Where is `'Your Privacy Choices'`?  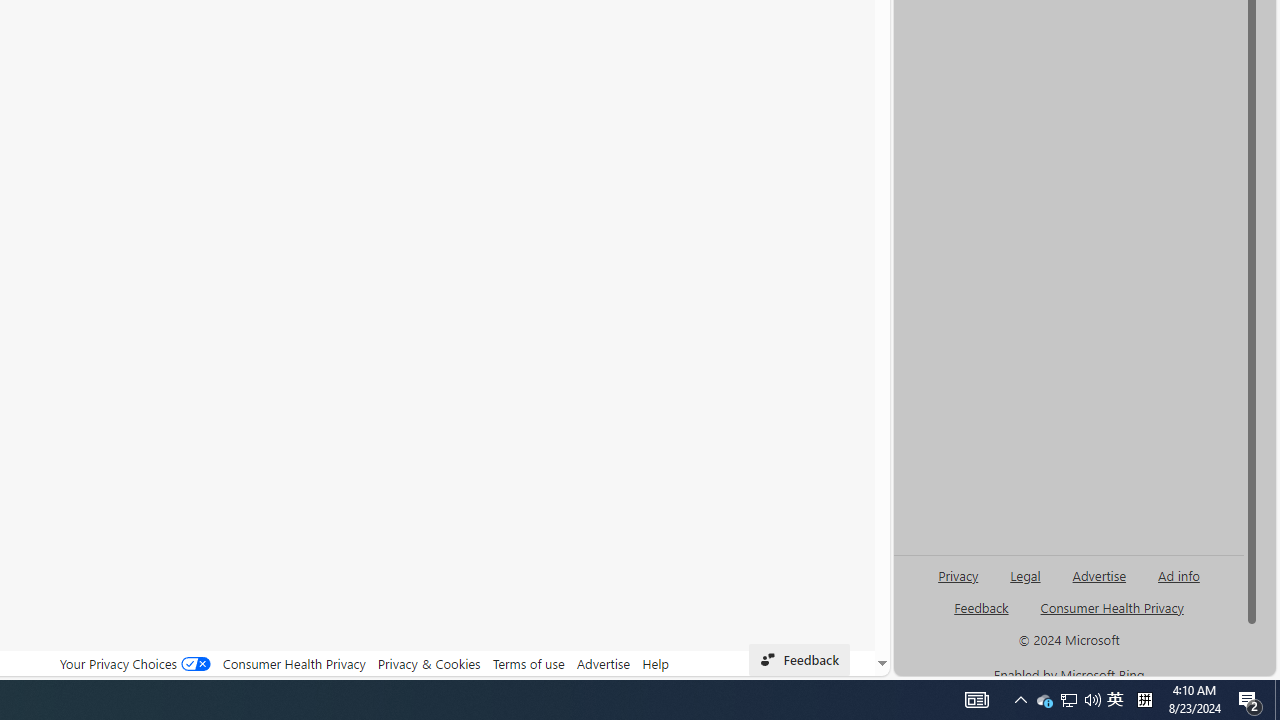 'Your Privacy Choices' is located at coordinates (134, 663).